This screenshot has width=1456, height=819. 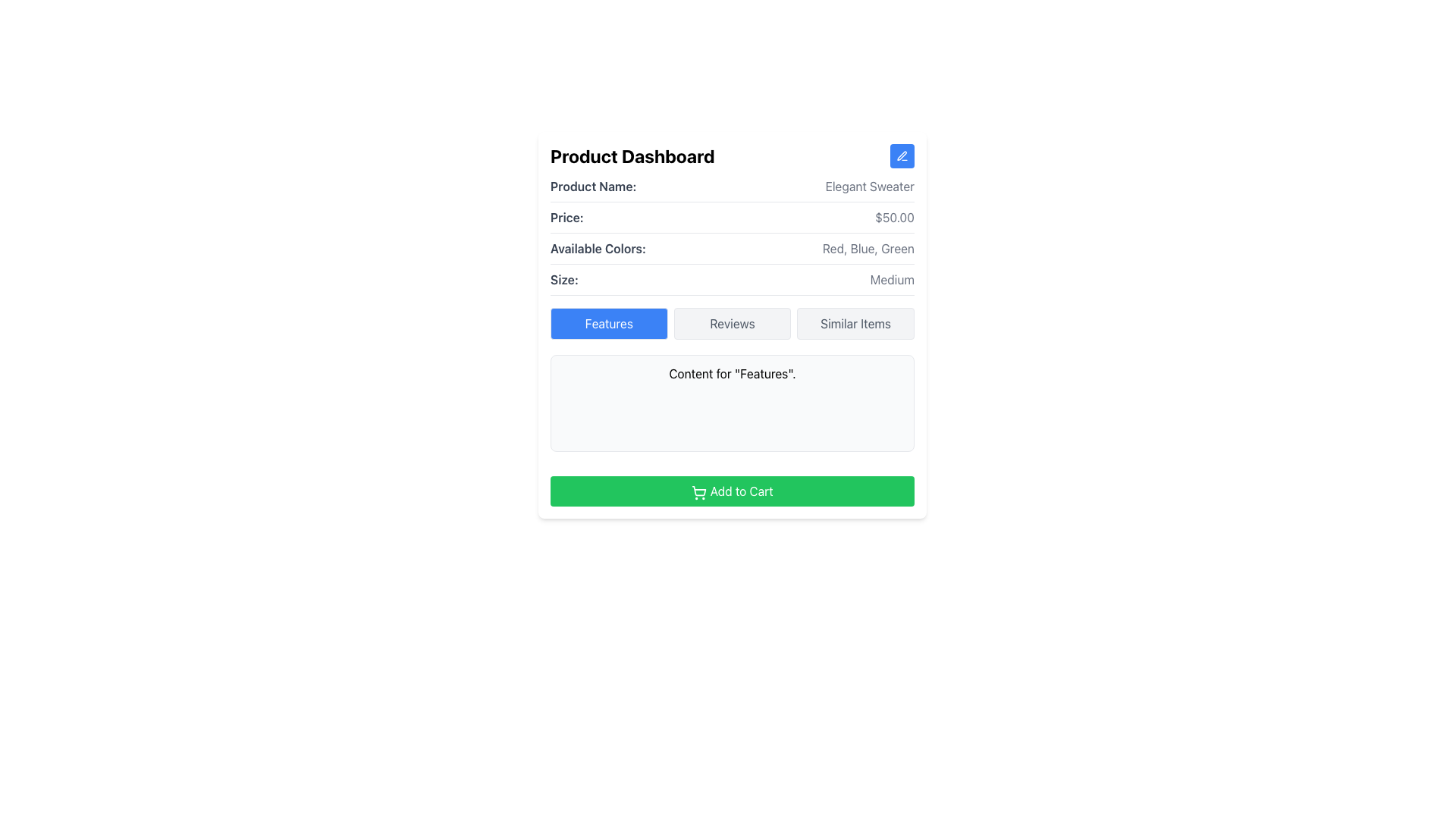 I want to click on the 'Add to Cart' button, which is a rectangular button with a green background and white text, located at the bottom center of the 'Product Dashboard' section, so click(x=732, y=491).